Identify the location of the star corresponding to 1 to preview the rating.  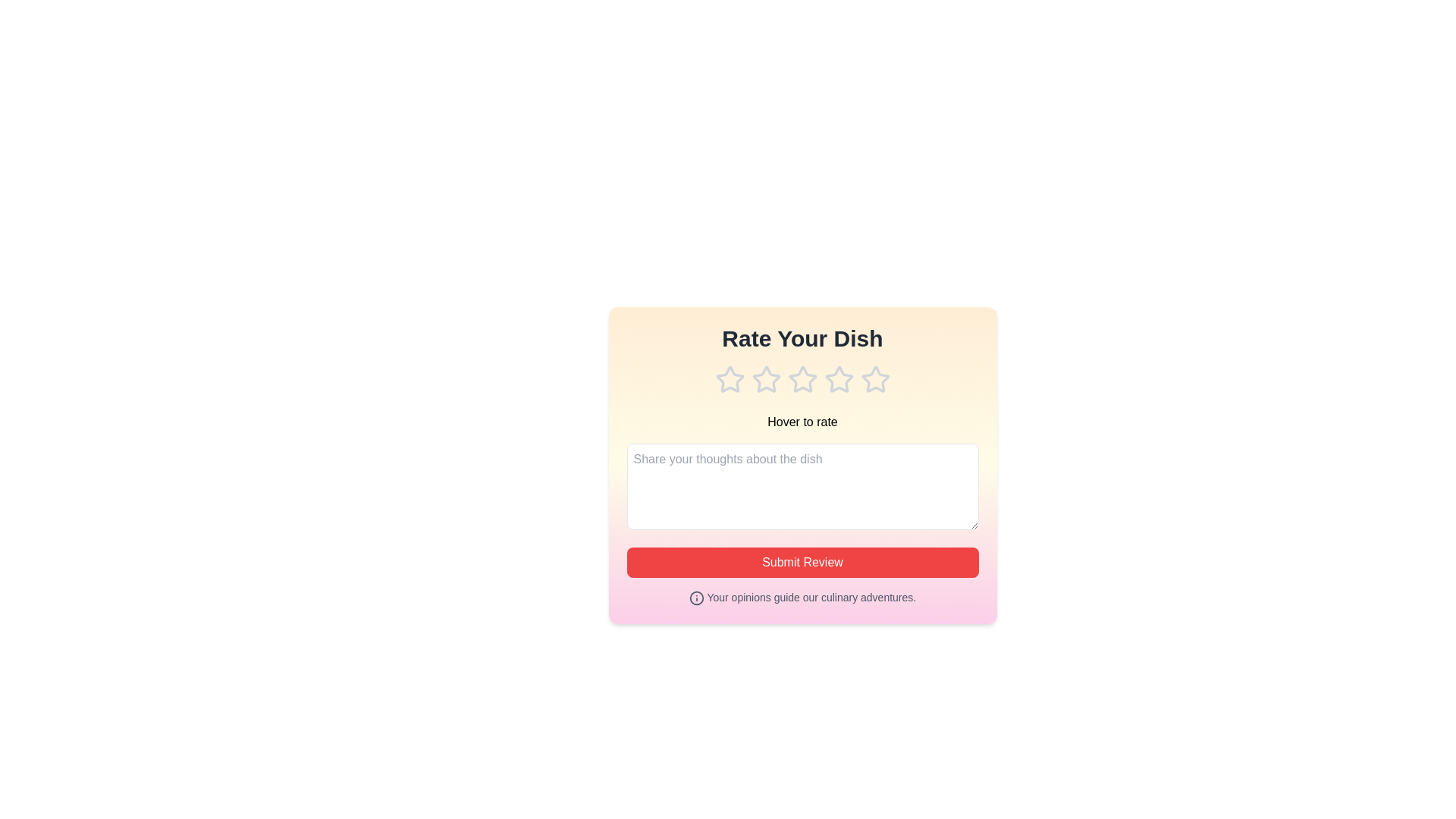
(730, 379).